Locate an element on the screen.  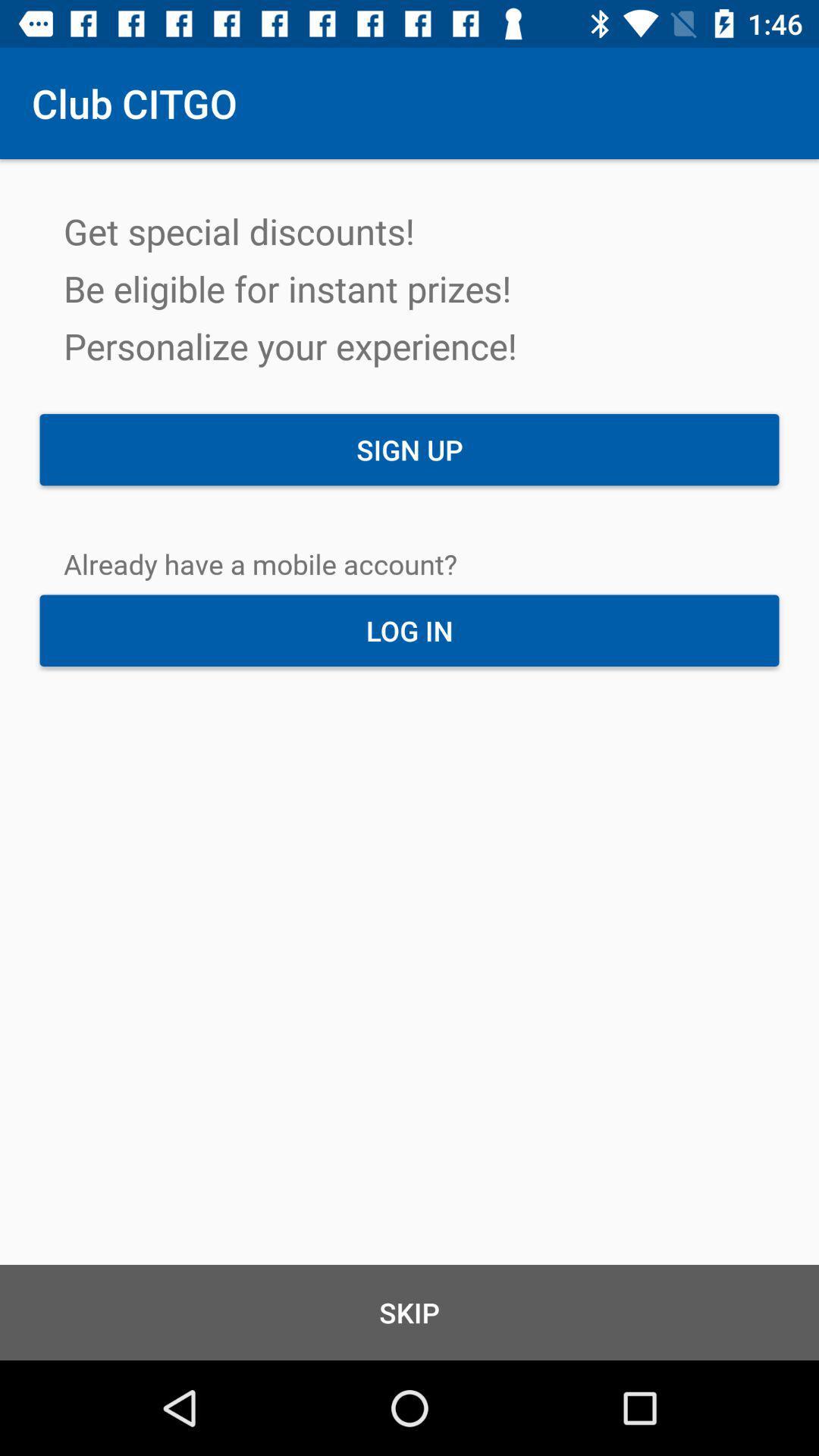
sign up item is located at coordinates (409, 449).